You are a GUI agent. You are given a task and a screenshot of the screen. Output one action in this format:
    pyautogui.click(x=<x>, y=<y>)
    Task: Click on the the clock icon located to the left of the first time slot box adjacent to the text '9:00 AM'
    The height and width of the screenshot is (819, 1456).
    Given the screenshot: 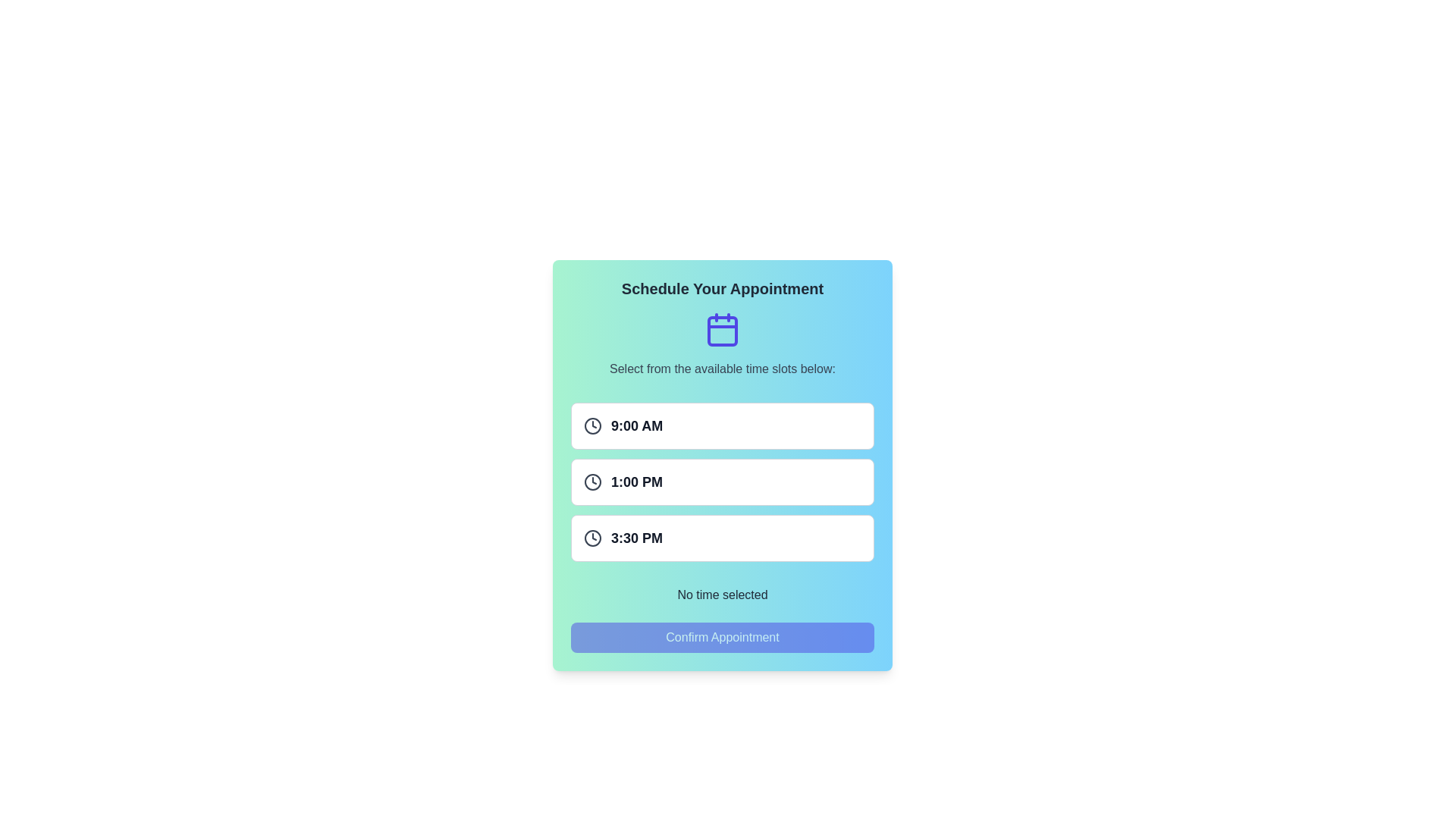 What is the action you would take?
    pyautogui.click(x=592, y=426)
    